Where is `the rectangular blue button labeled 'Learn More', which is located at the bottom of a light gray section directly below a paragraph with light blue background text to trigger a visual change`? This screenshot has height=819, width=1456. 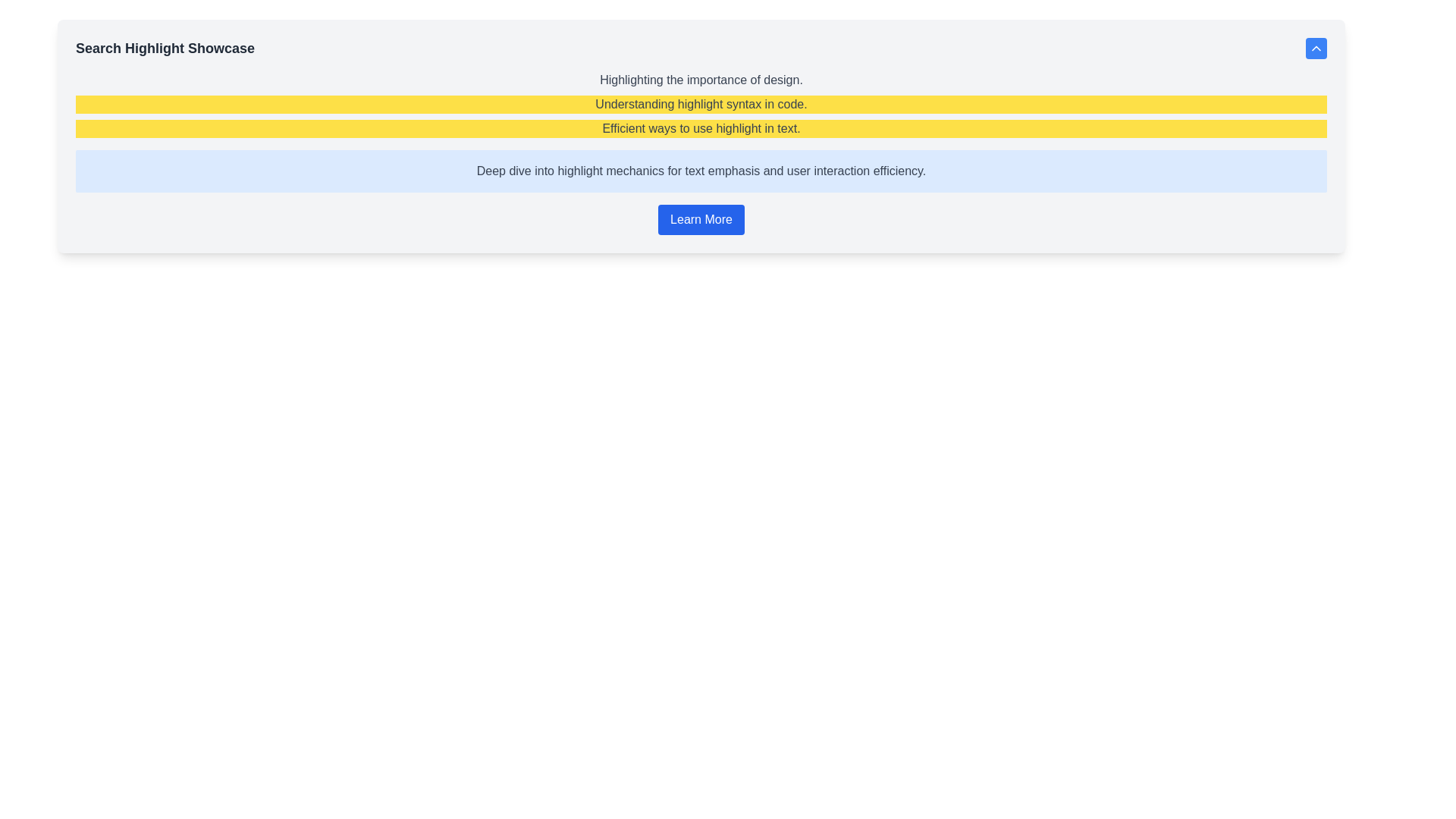 the rectangular blue button labeled 'Learn More', which is located at the bottom of a light gray section directly below a paragraph with light blue background text to trigger a visual change is located at coordinates (701, 219).